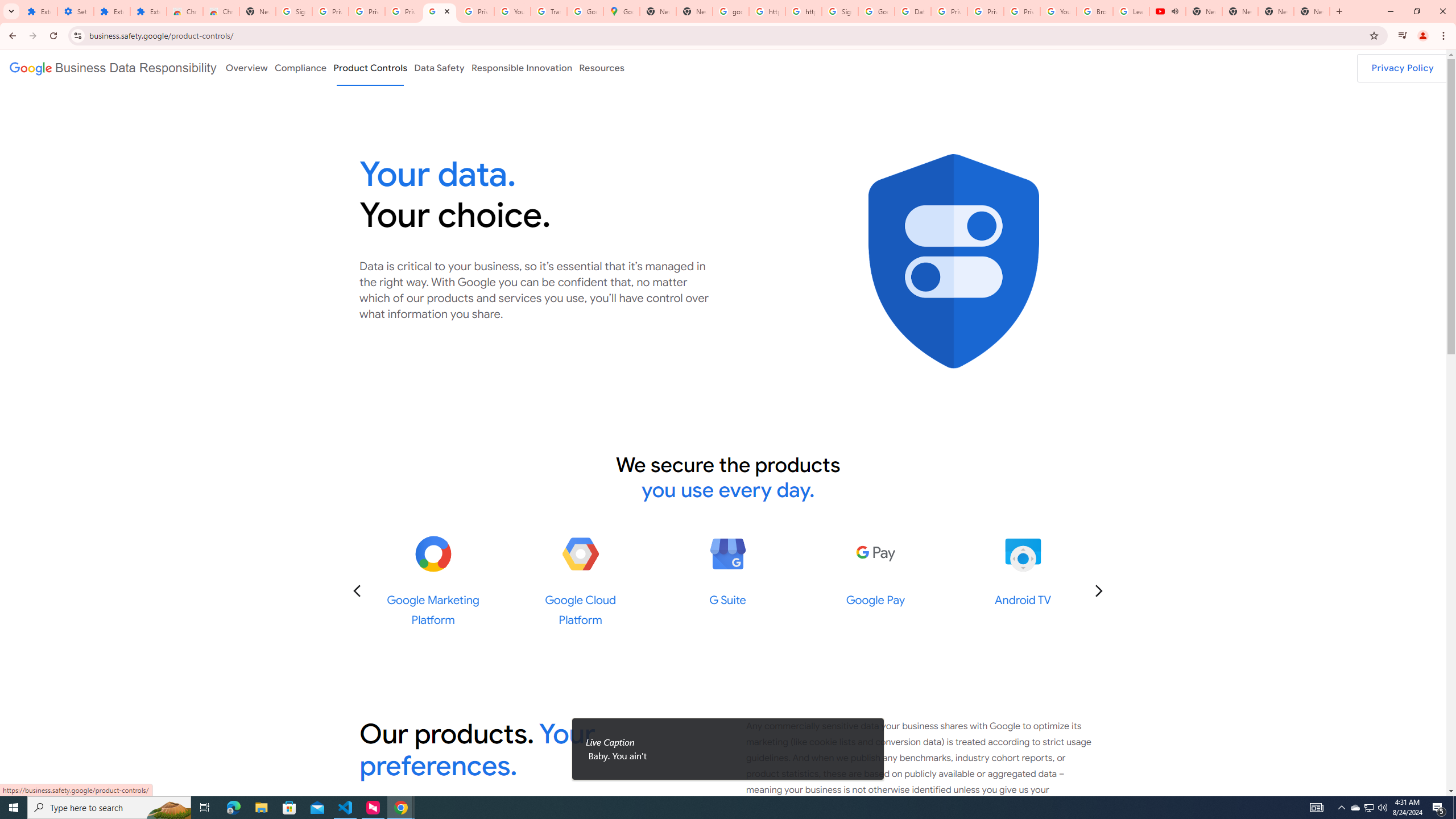  What do you see at coordinates (438, 67) in the screenshot?
I see `'Data Safety'` at bounding box center [438, 67].